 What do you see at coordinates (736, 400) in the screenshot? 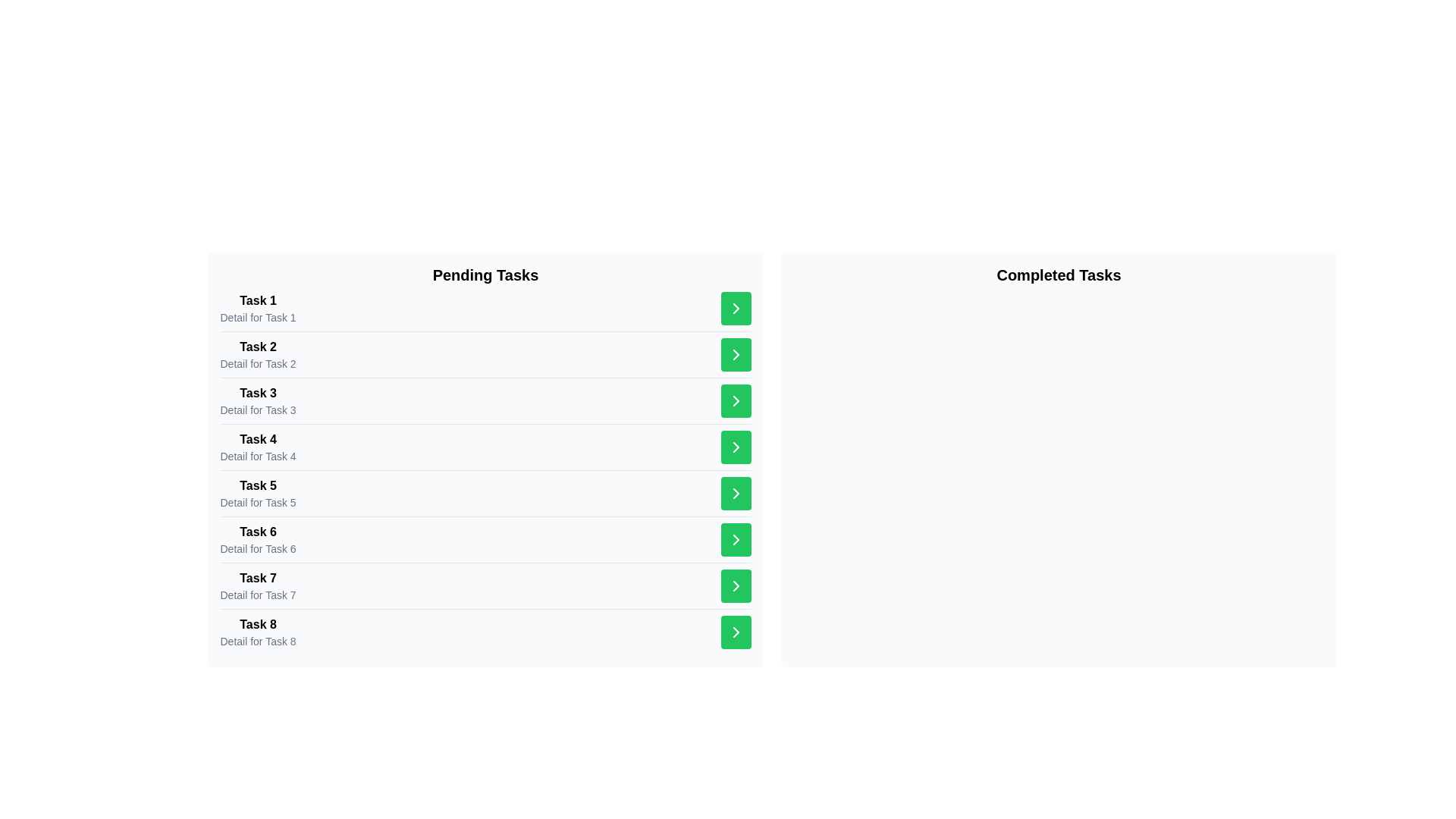
I see `the green chevron arrow icon located within the seventh item of the 'Pending Tasks' list` at bounding box center [736, 400].